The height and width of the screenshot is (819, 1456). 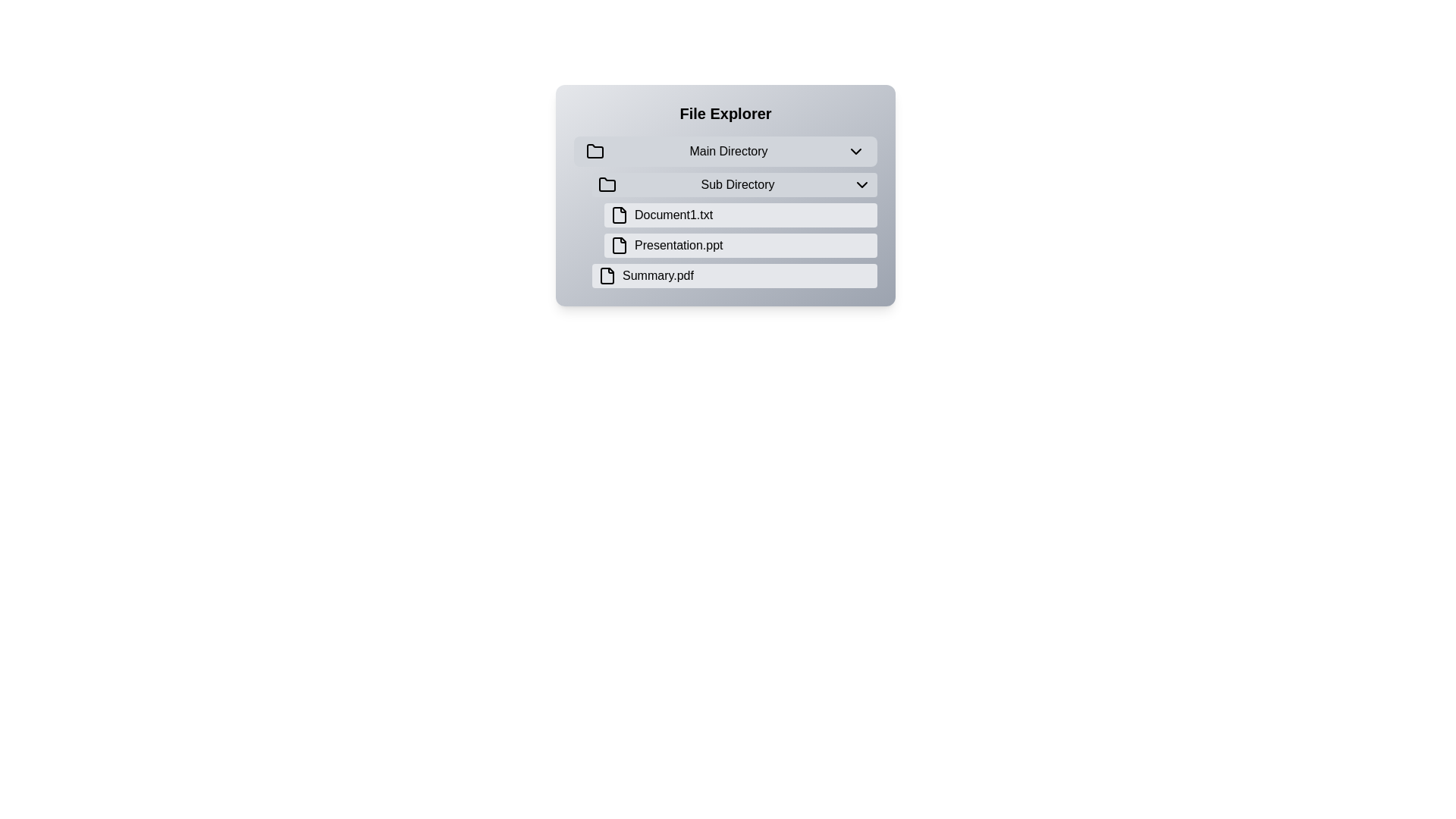 What do you see at coordinates (619, 215) in the screenshot?
I see `the SVG graphic icon resembling a document outline located to the left of the 'Document1.txt' label in the file explorer interface` at bounding box center [619, 215].